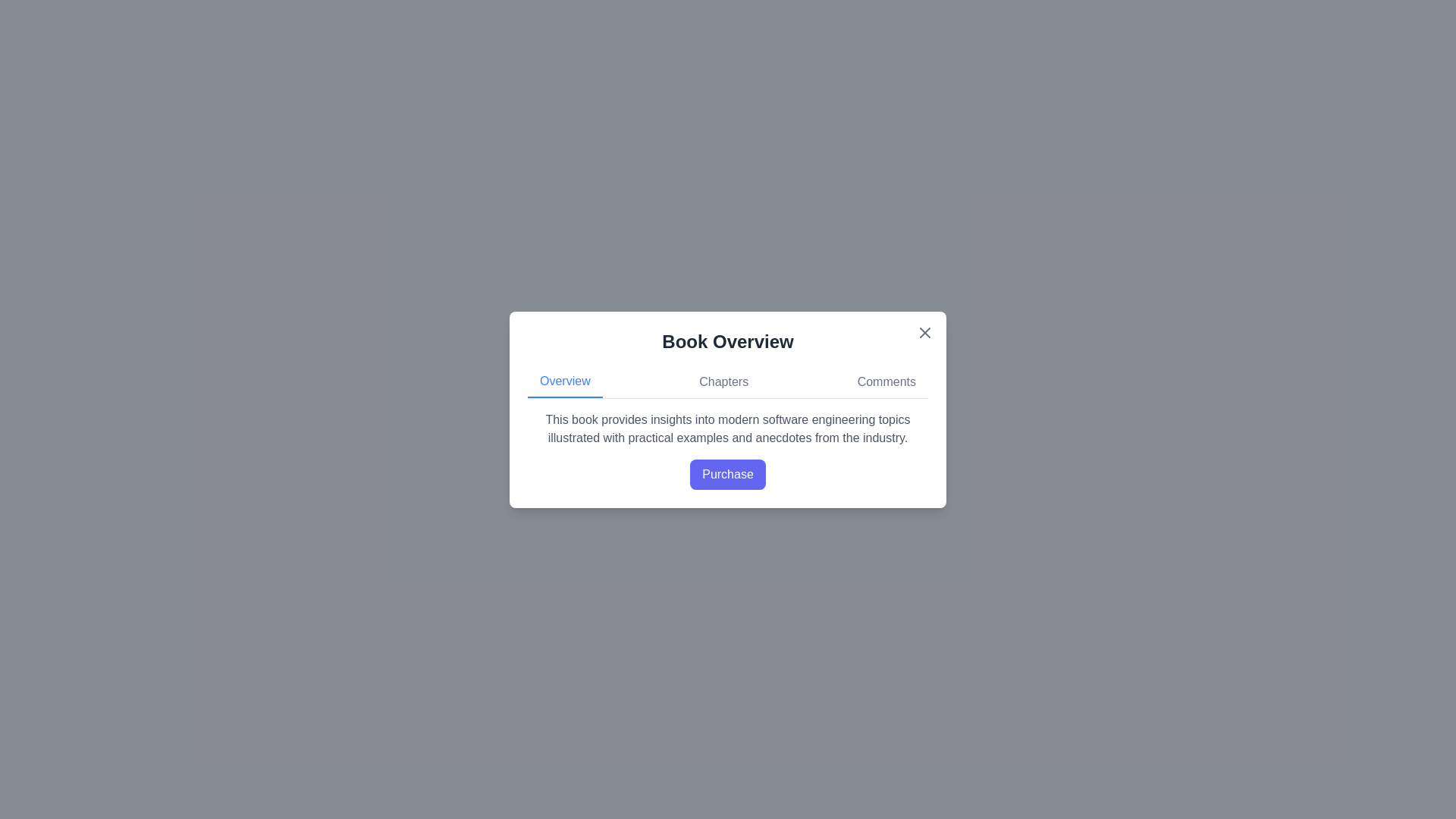 The image size is (1456, 819). What do you see at coordinates (924, 331) in the screenshot?
I see `the diagonal line of the close icon in the top-right corner of the 'Book Overview' modal` at bounding box center [924, 331].